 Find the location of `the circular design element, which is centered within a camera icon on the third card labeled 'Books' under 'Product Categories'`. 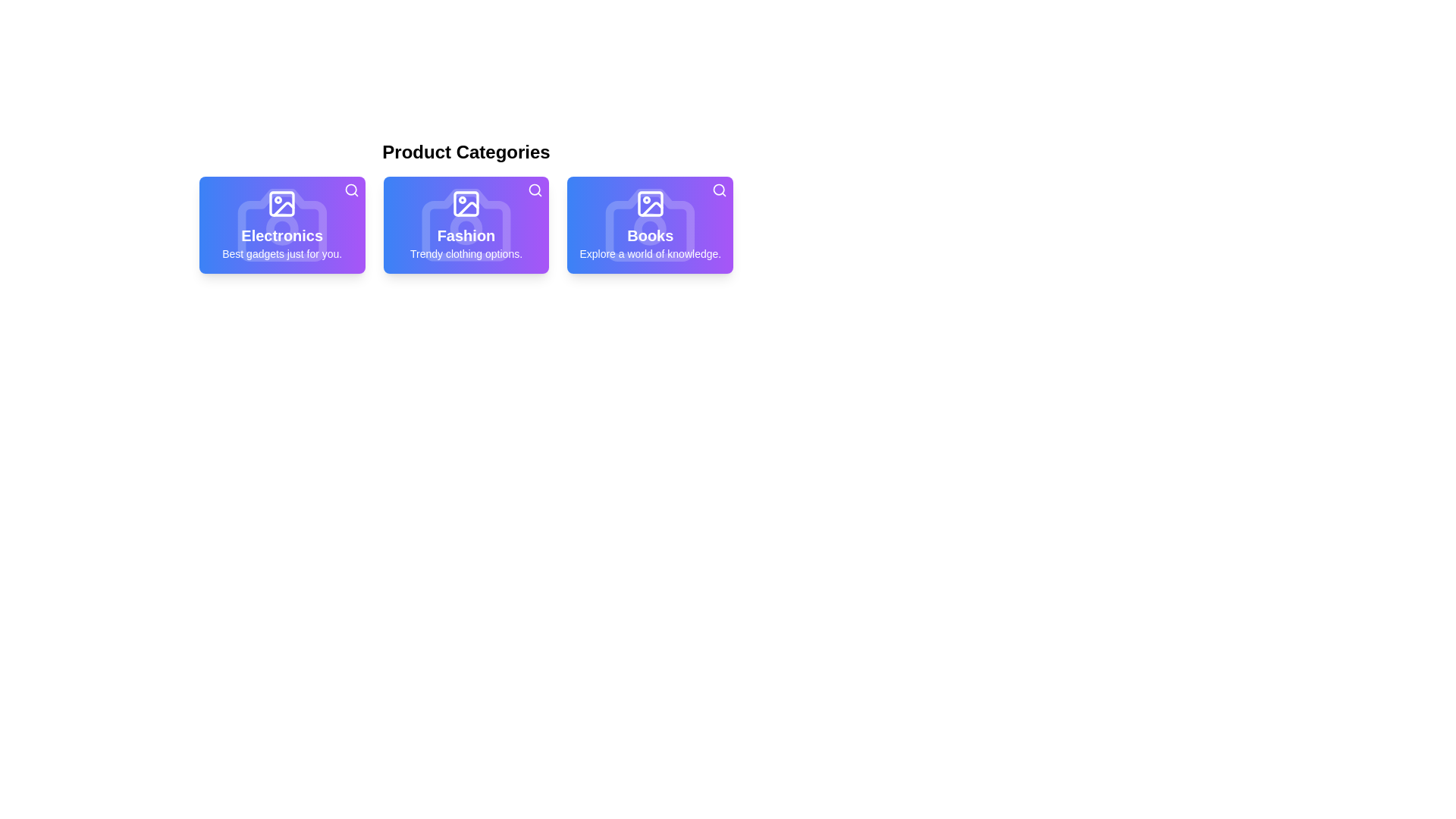

the circular design element, which is centered within a camera icon on the third card labeled 'Books' under 'Product Categories' is located at coordinates (650, 229).